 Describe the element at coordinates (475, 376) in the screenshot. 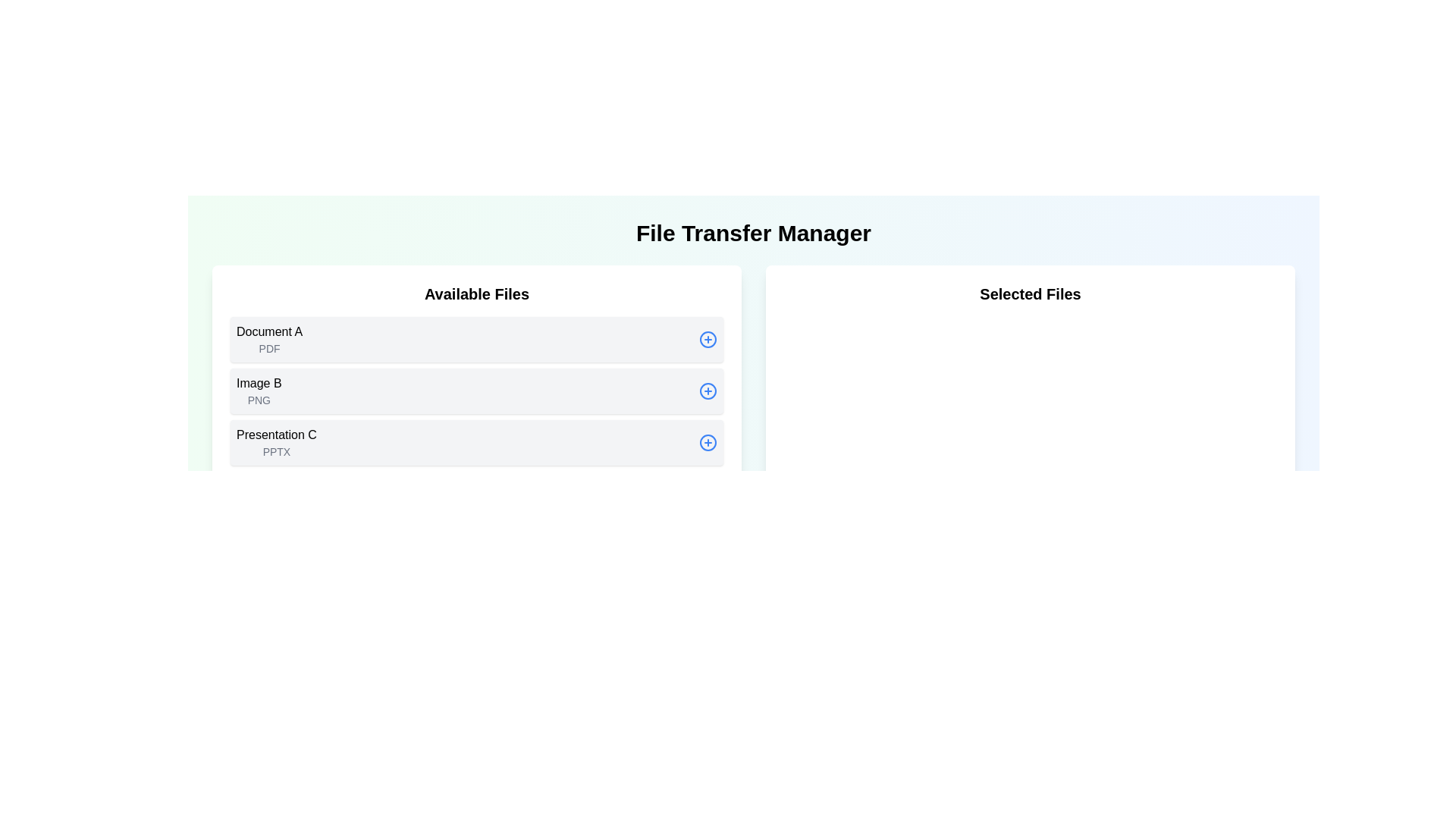

I see `the List Box containing available files, which has a white background and rounded corners` at that location.